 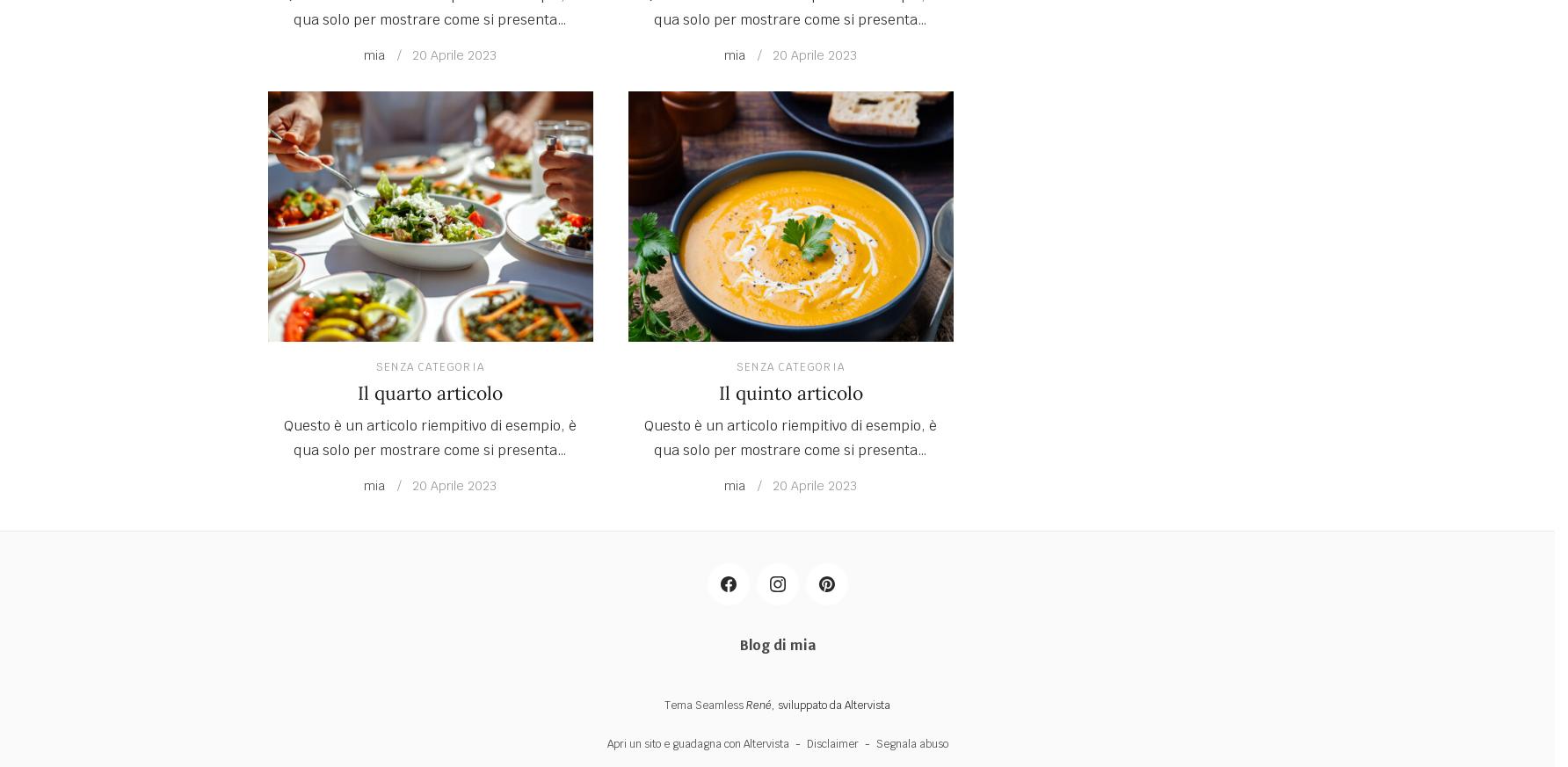 I want to click on 'Il quarto articolo', so click(x=430, y=392).